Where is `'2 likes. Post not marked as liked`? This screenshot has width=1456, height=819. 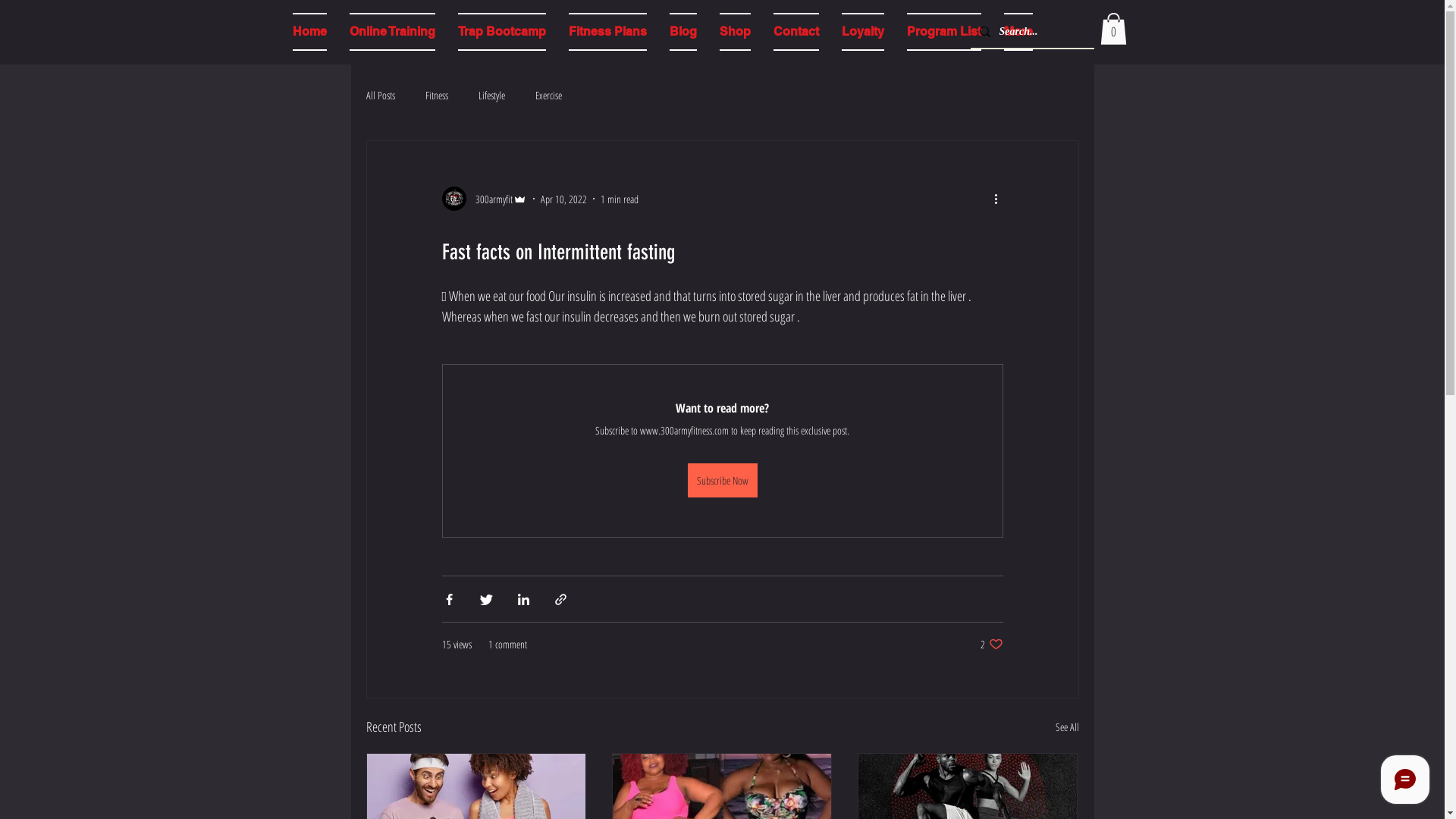
'2 likes. Post not marked as liked is located at coordinates (979, 644).